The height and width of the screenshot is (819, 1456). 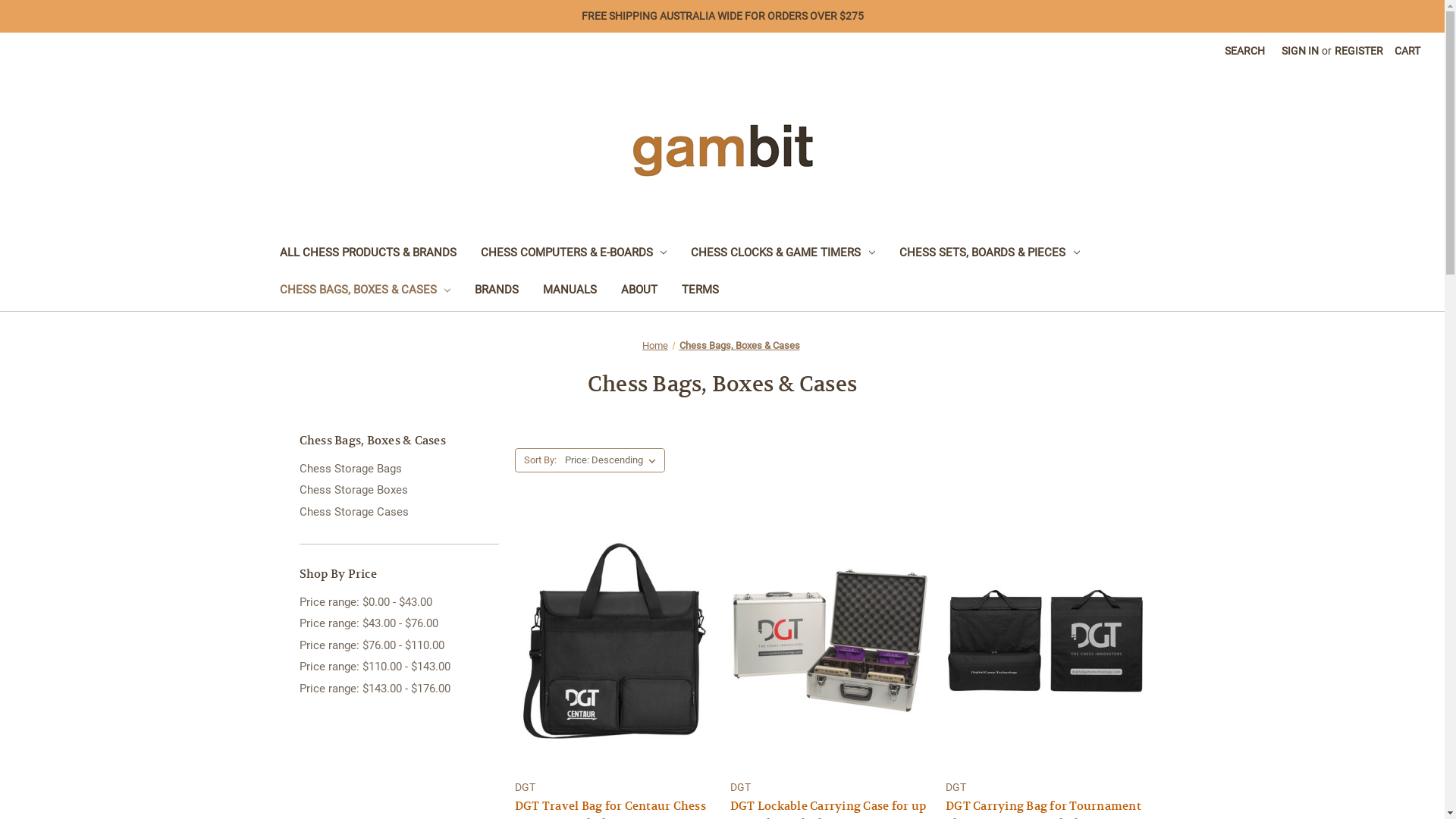 What do you see at coordinates (1299, 50) in the screenshot?
I see `'SIGN IN'` at bounding box center [1299, 50].